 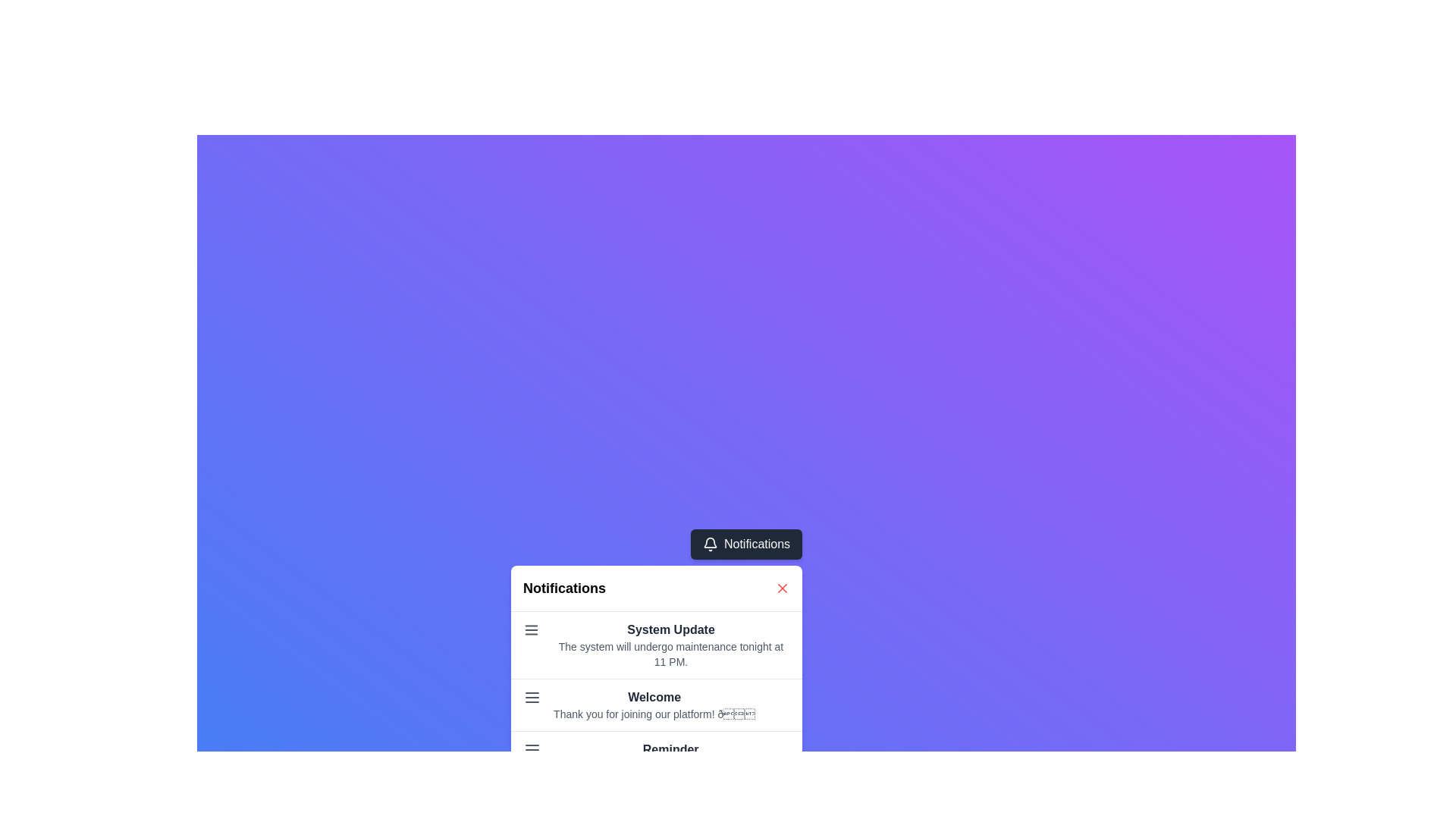 What do you see at coordinates (670, 654) in the screenshot?
I see `the text label that communicates the scheduled maintenance time for the system, located below the 'System Update' title in the notification card` at bounding box center [670, 654].